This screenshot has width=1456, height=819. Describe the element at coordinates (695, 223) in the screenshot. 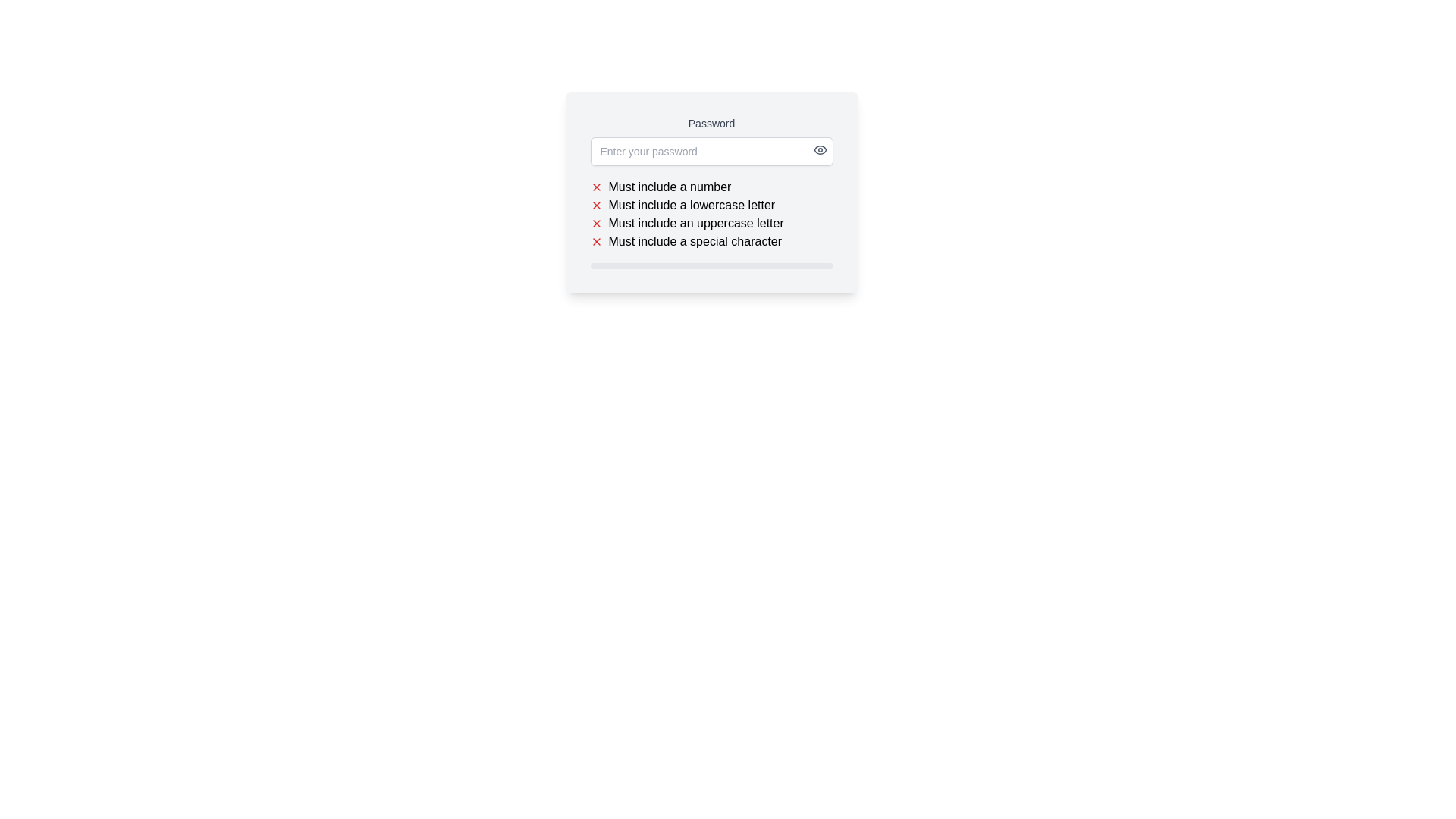

I see `the informational text indicating that the password must include at least one uppercase letter, which is the third item in the list of password validation requirements, to potentially receive additional information or a tooltip` at that location.